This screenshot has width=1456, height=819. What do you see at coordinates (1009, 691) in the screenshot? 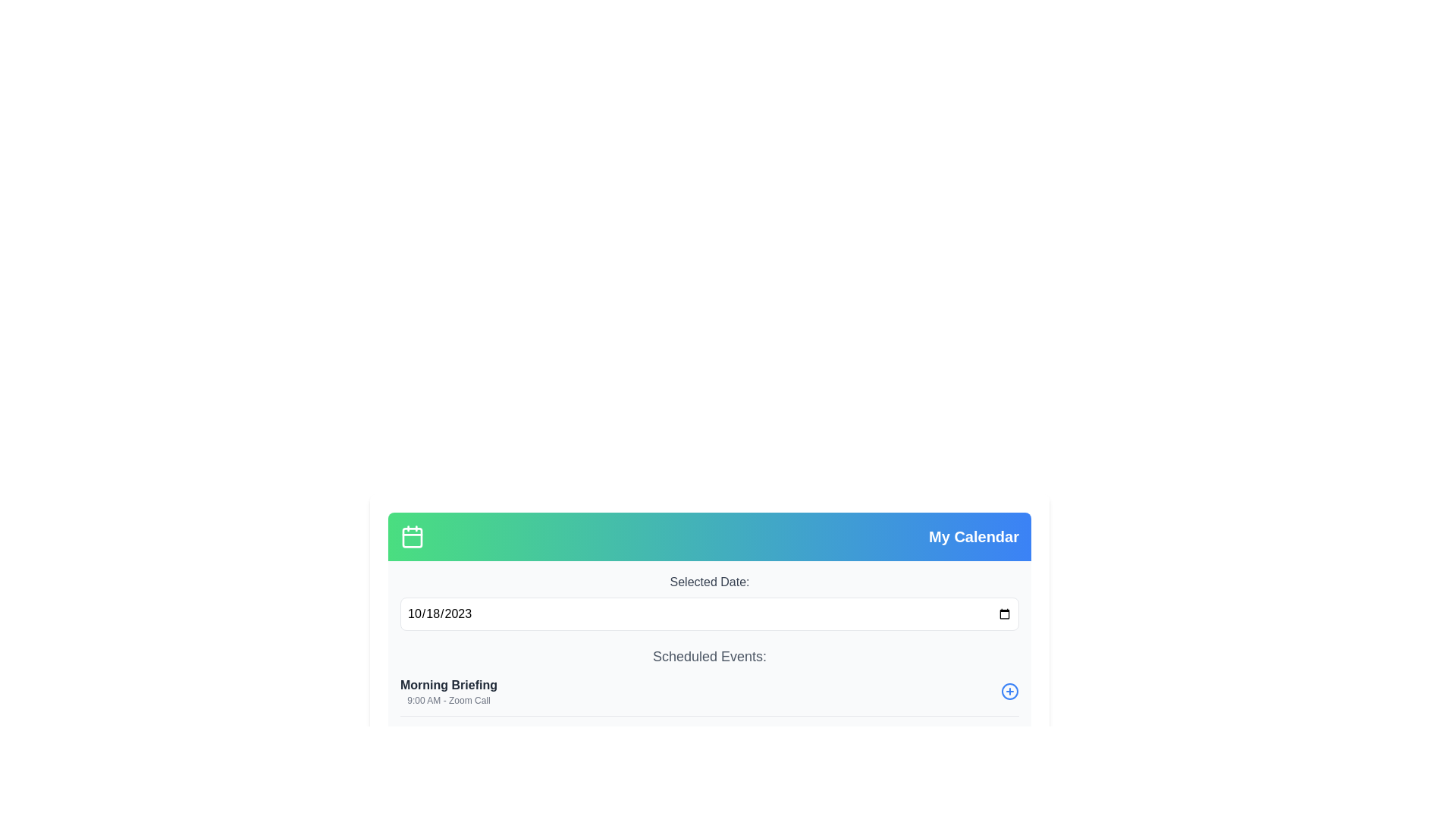
I see `the circular '+' button styled in blue, located at the far right of the 'Morning Briefing 9:00 AM - Zoom Call' row` at bounding box center [1009, 691].